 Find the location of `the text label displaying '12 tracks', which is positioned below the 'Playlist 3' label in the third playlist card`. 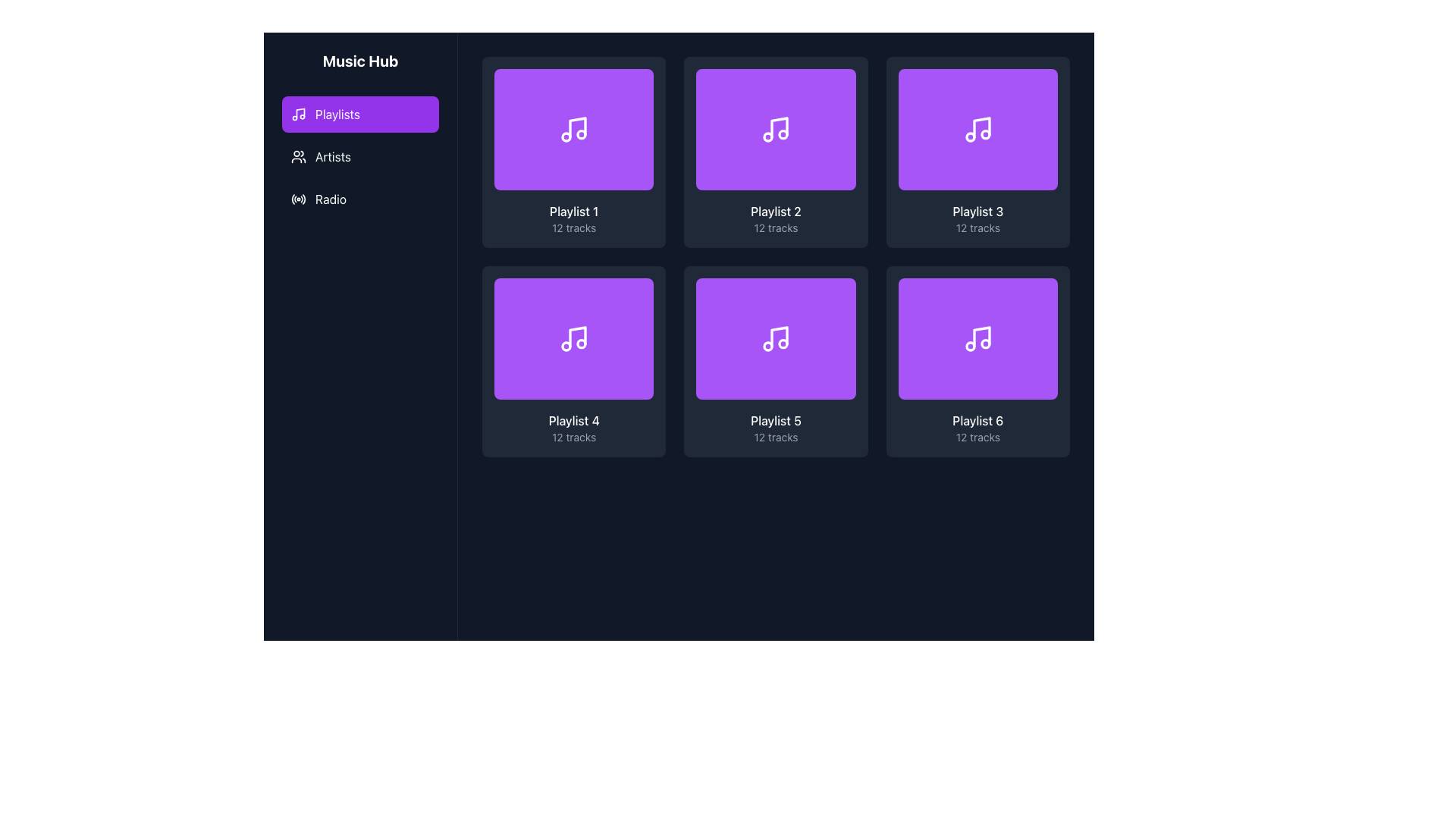

the text label displaying '12 tracks', which is positioned below the 'Playlist 3' label in the third playlist card is located at coordinates (977, 227).